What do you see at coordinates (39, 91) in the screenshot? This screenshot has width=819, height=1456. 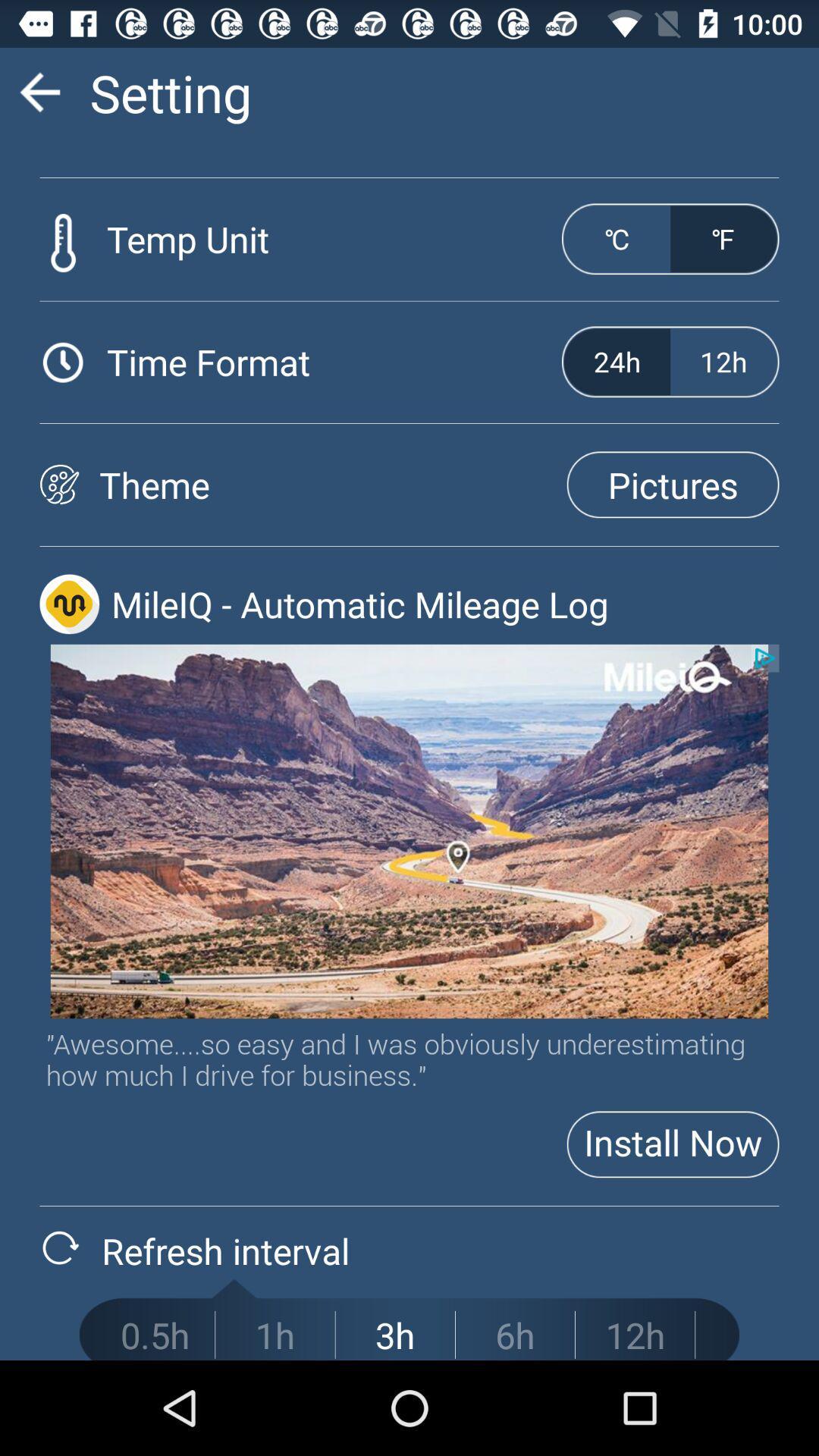 I see `go back` at bounding box center [39, 91].